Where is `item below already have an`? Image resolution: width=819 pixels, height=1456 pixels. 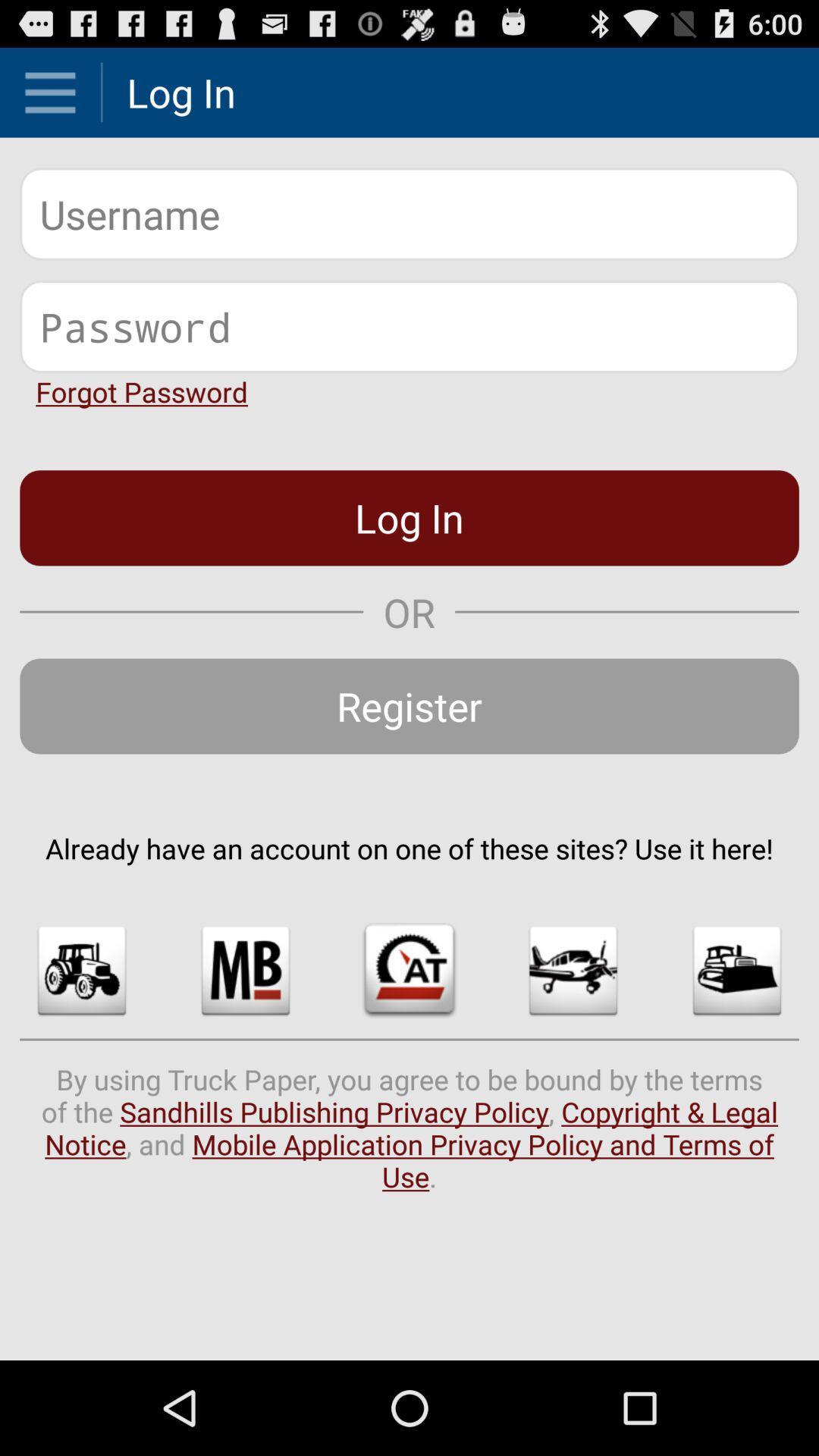
item below already have an is located at coordinates (409, 971).